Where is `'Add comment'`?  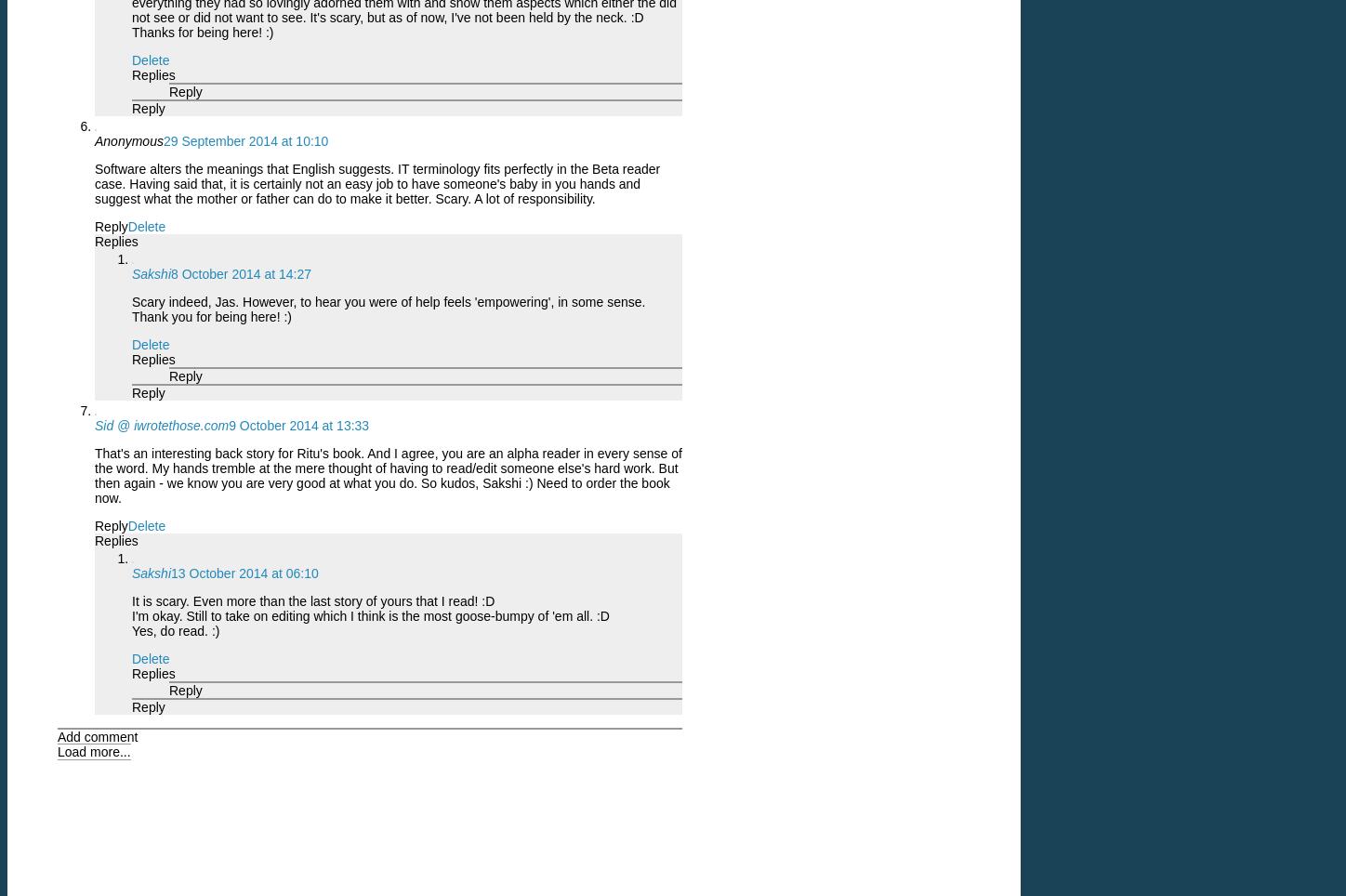 'Add comment' is located at coordinates (96, 736).